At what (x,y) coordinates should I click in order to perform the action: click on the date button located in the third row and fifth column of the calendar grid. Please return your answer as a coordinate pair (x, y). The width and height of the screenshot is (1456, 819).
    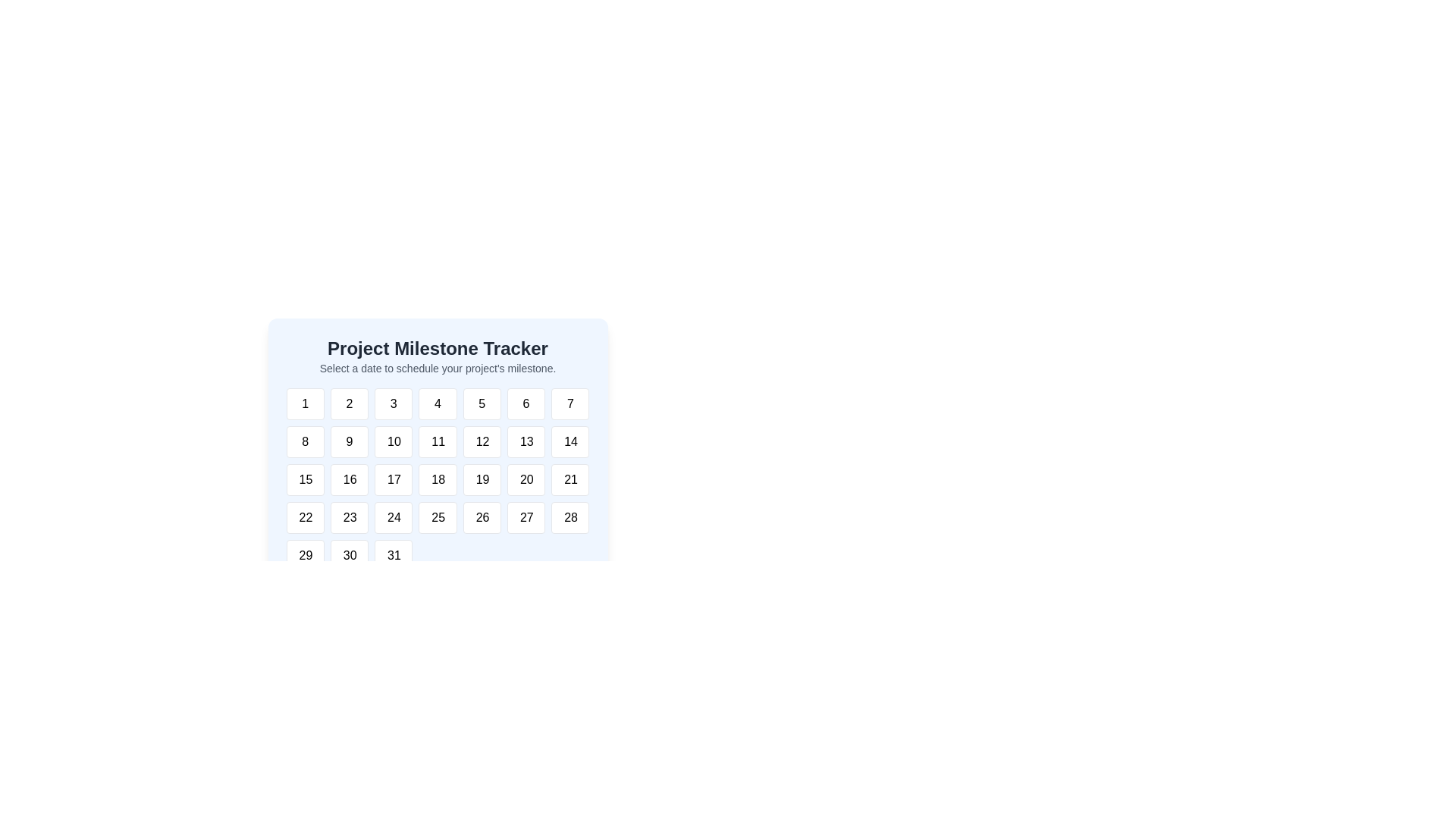
    Looking at the image, I should click on (481, 479).